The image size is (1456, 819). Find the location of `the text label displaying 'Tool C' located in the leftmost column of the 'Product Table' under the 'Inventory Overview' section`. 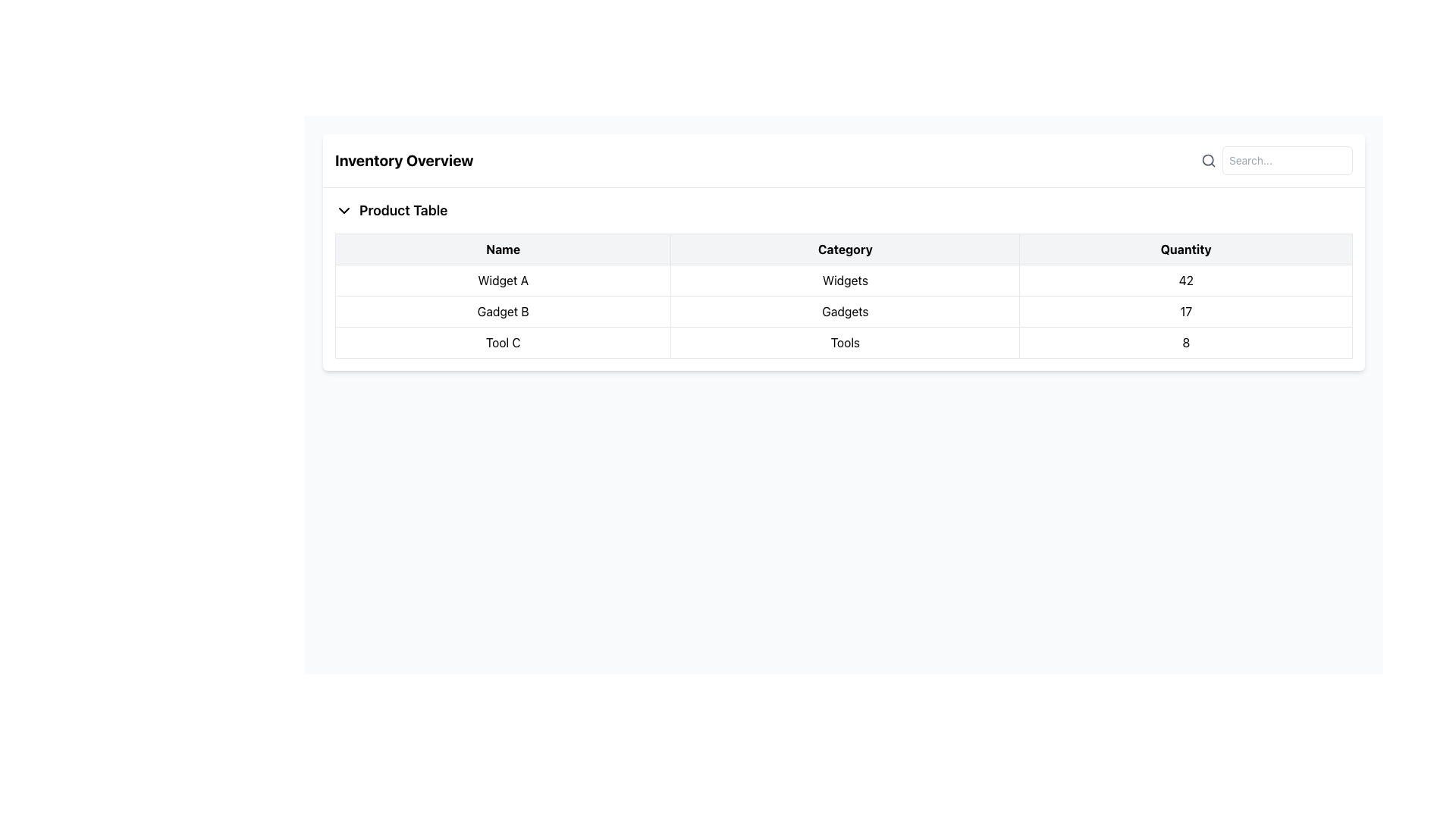

the text label displaying 'Tool C' located in the leftmost column of the 'Product Table' under the 'Inventory Overview' section is located at coordinates (503, 342).